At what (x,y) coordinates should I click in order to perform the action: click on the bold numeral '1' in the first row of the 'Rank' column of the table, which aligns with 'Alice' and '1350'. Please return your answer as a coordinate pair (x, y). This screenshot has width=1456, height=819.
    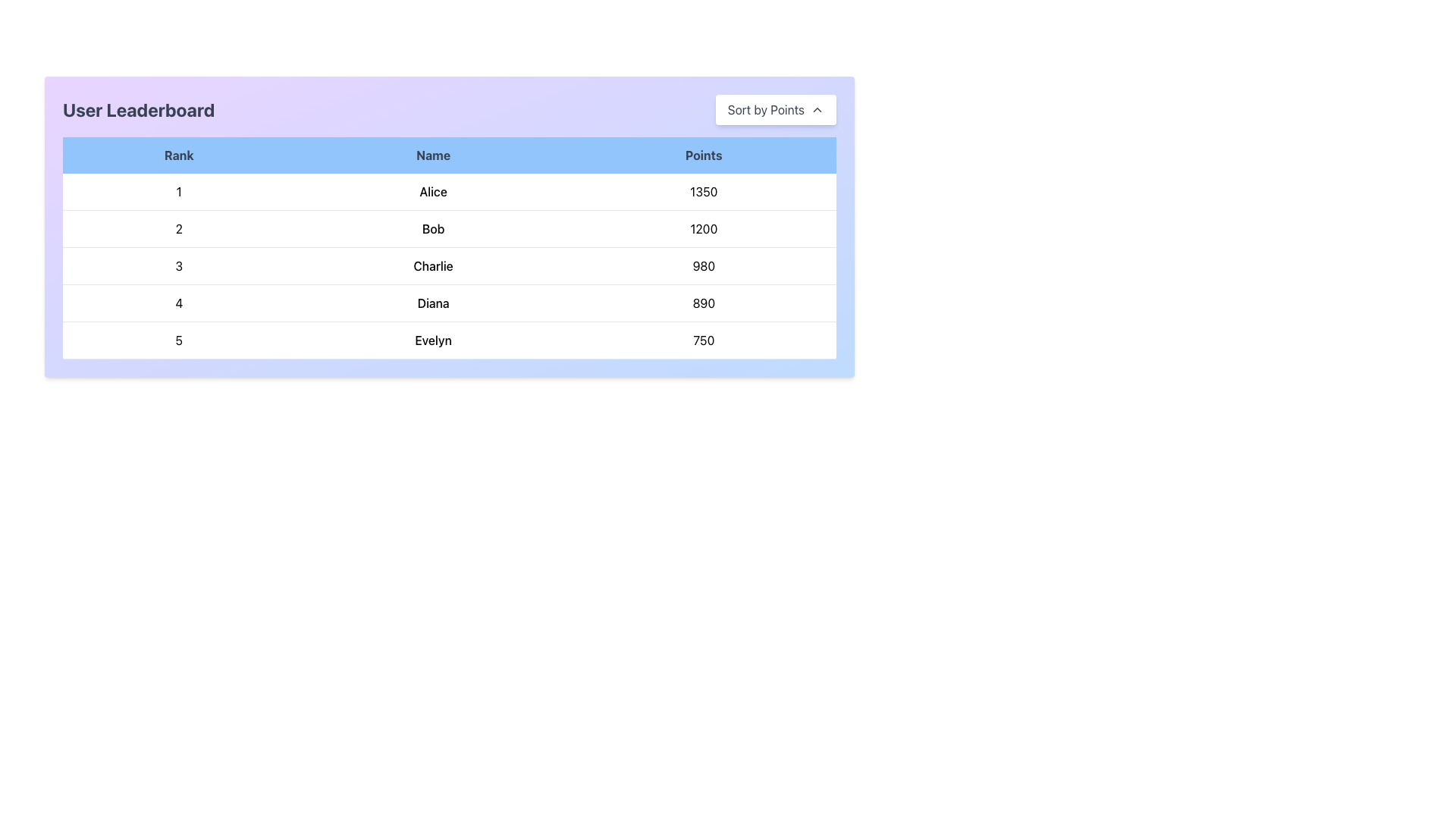
    Looking at the image, I should click on (179, 191).